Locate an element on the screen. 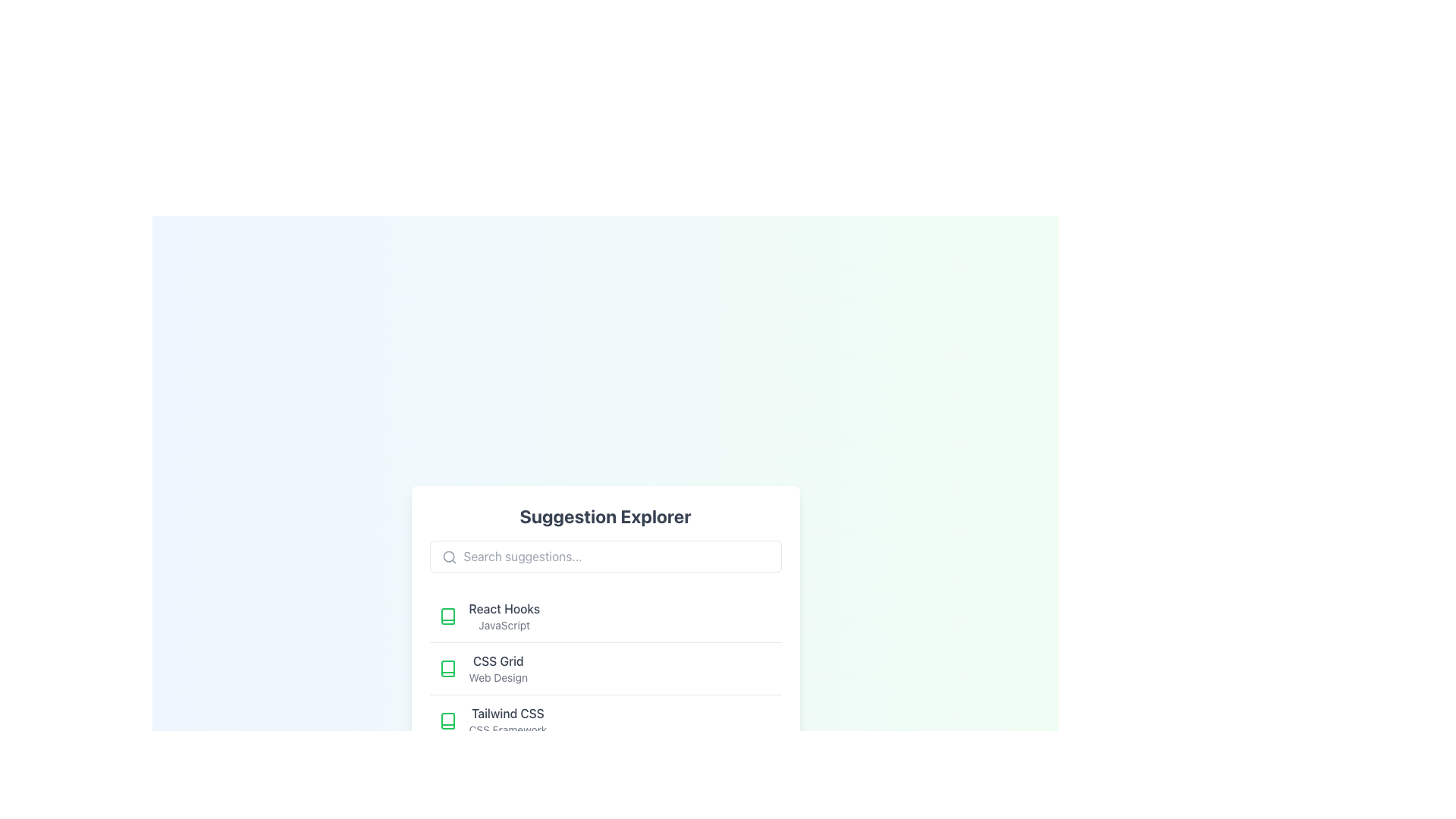 This screenshot has width=1456, height=819. the clickable list item displaying 'CSS Grid' and 'Web Design' in the 'Suggestion Explorer' menu is located at coordinates (604, 667).